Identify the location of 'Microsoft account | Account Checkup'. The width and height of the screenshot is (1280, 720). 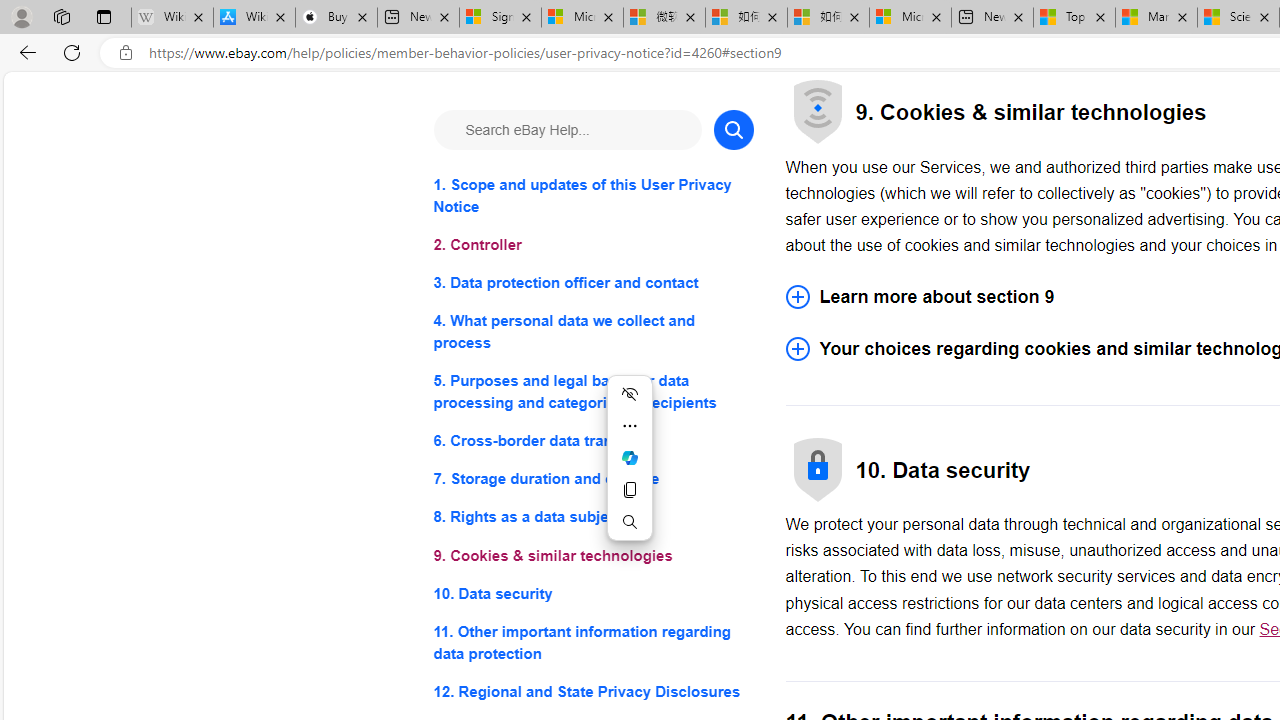
(909, 17).